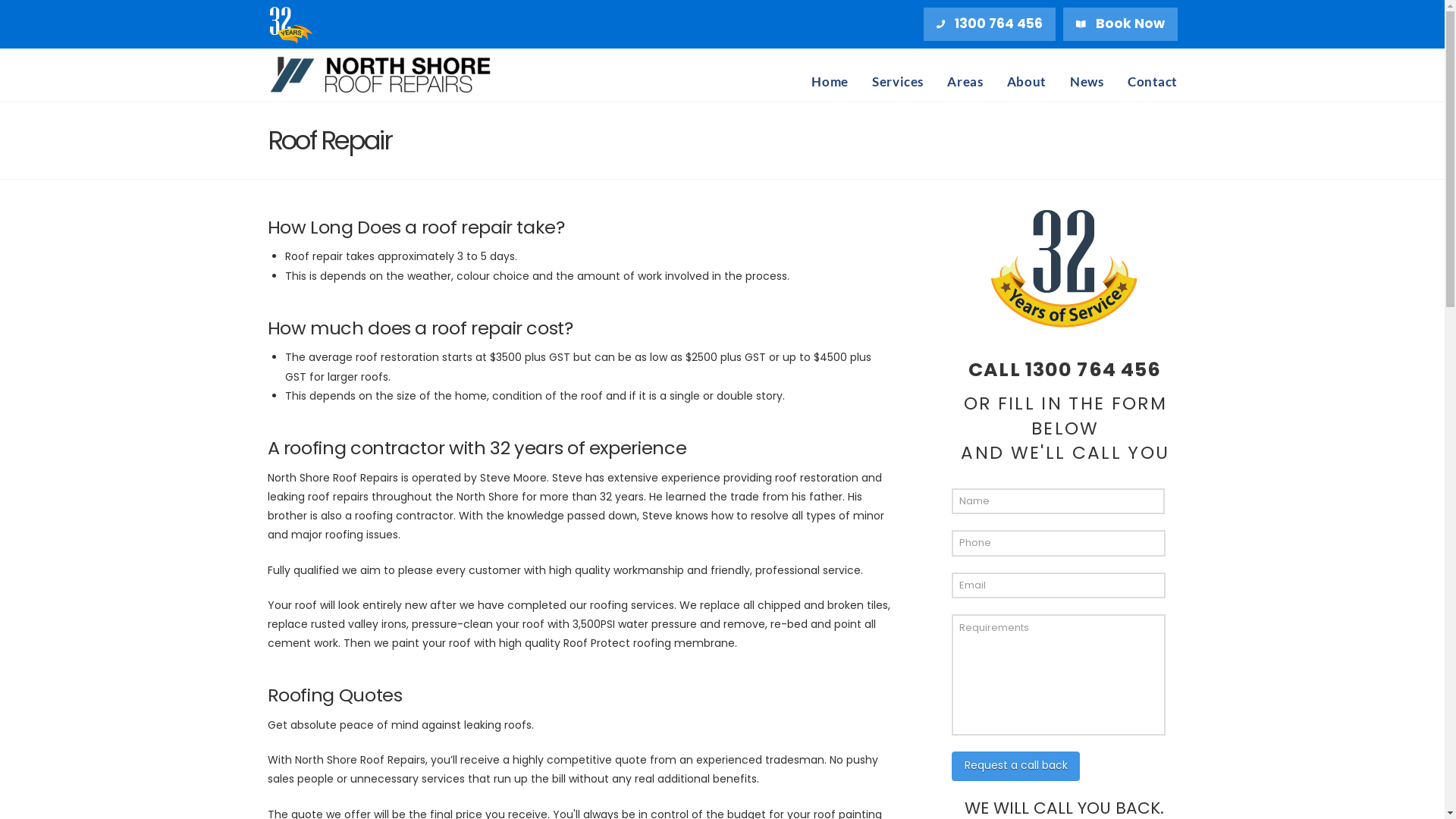 The width and height of the screenshot is (1456, 819). I want to click on '1300 764 456', so click(990, 24).